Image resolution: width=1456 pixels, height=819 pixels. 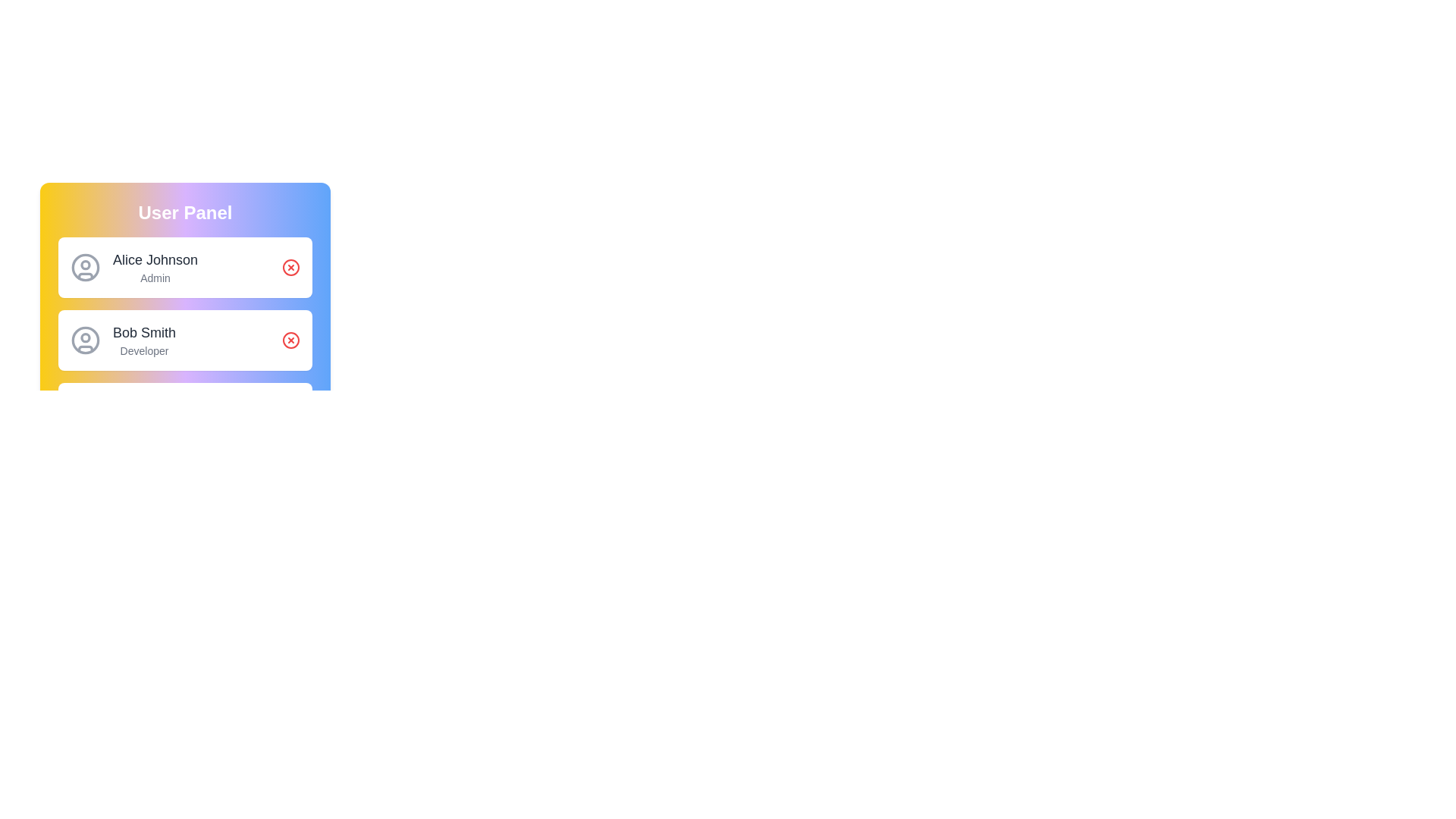 What do you see at coordinates (155, 278) in the screenshot?
I see `role information from the text label displaying 'Admin', which is located below the 'Alice Johnson' label in the user profile section of the User Panel` at bounding box center [155, 278].